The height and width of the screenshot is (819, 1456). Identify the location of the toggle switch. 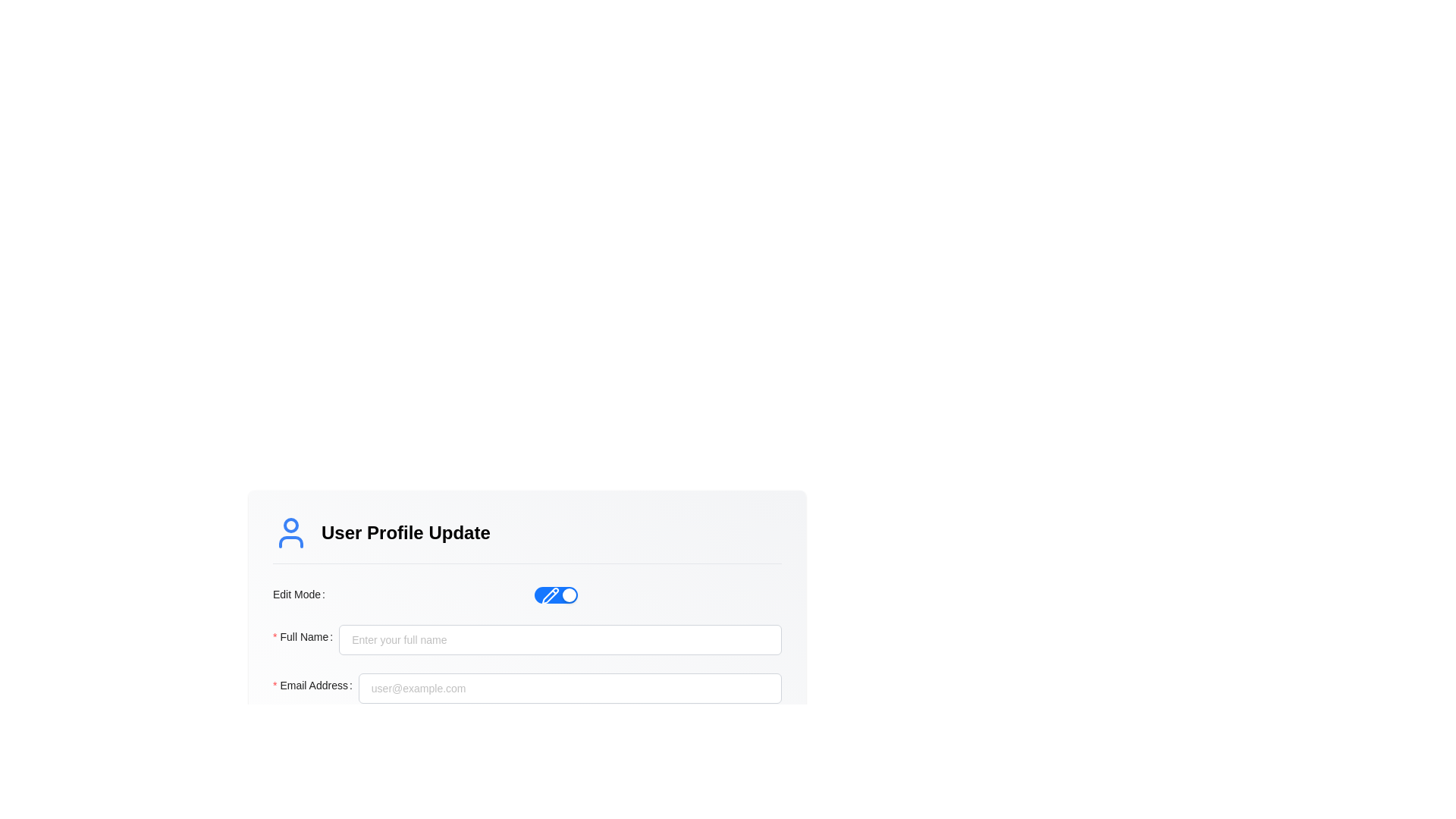
(556, 593).